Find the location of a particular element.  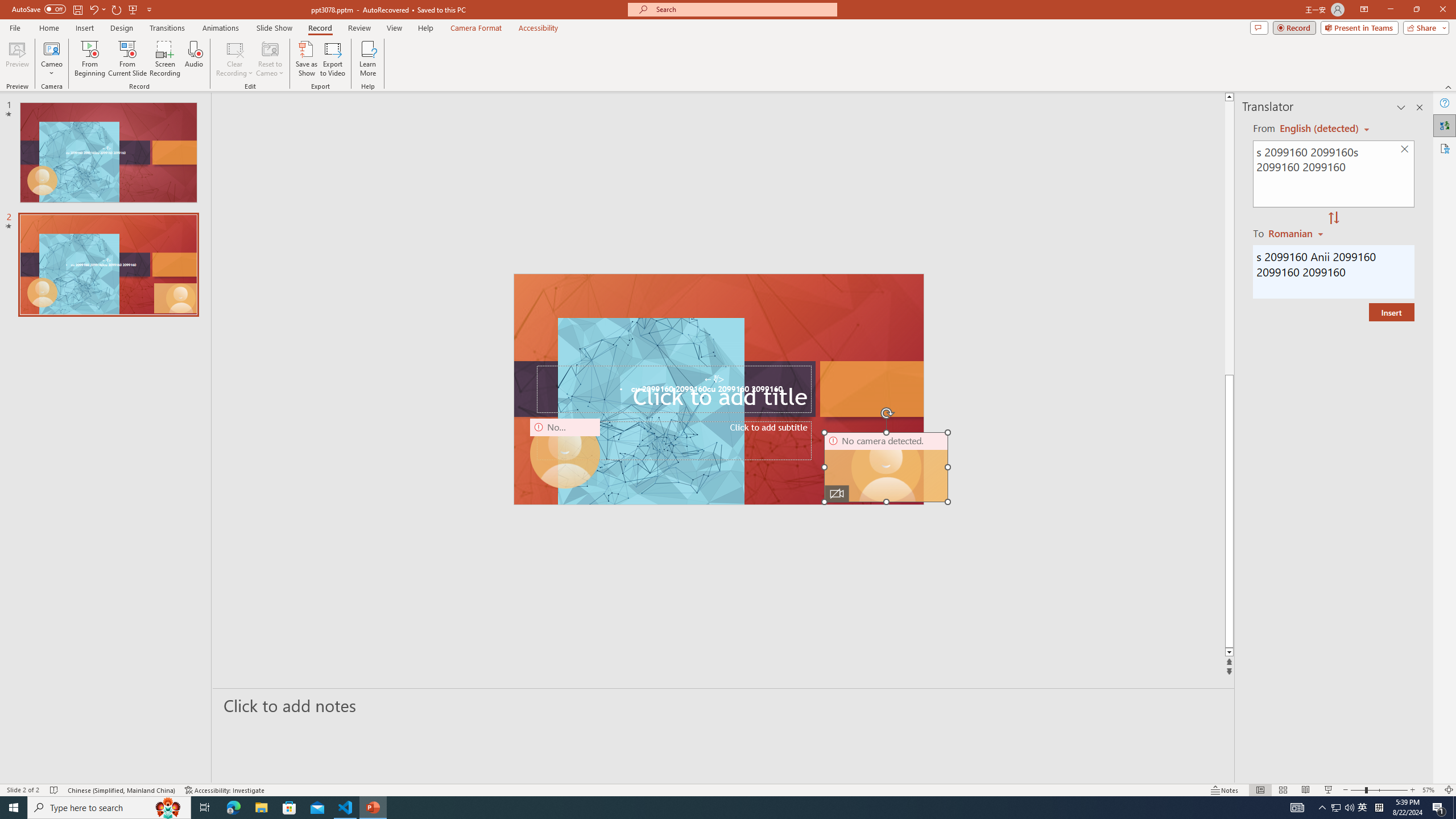

'Transitions' is located at coordinates (167, 28).